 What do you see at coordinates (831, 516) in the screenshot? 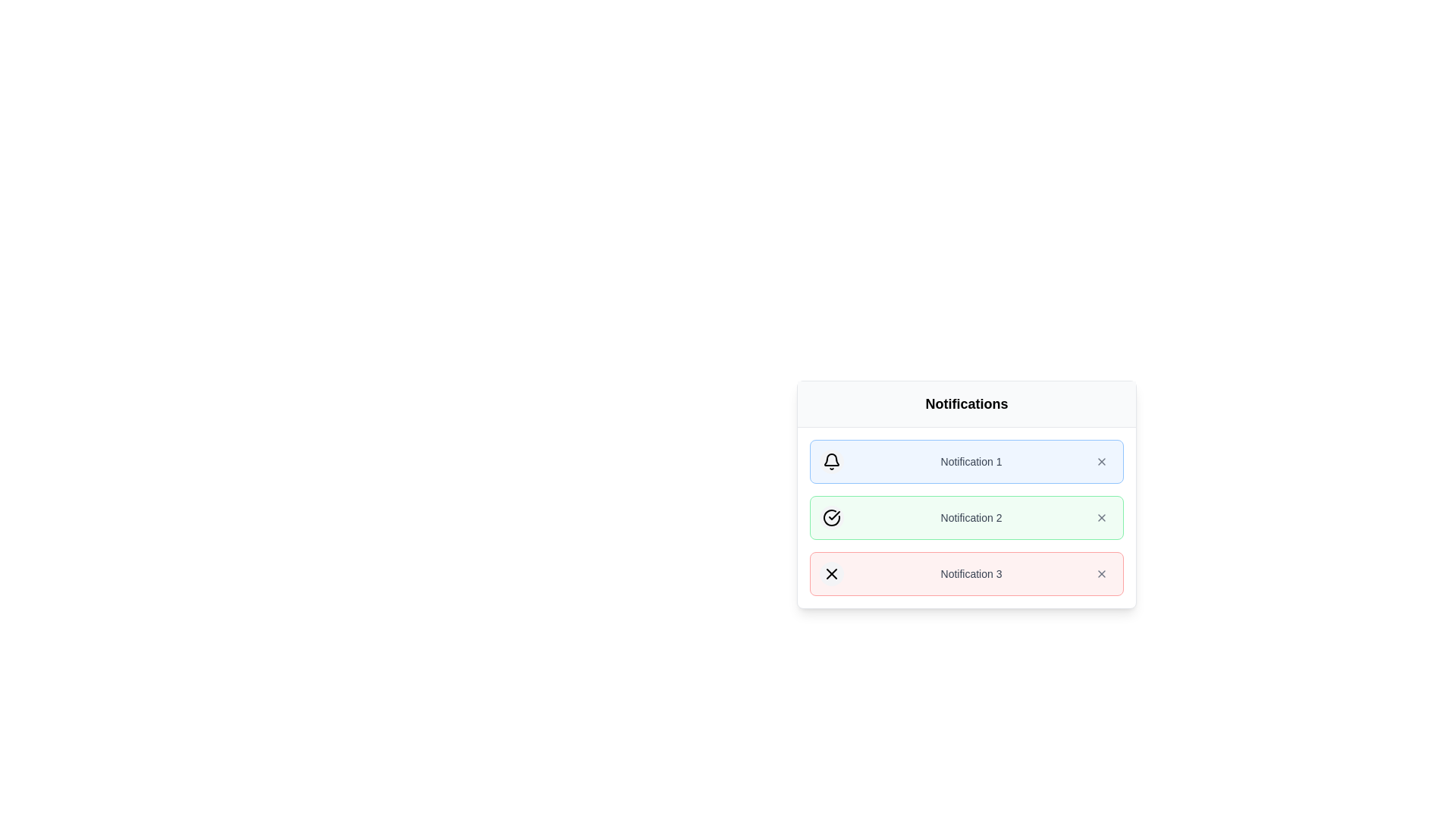
I see `the circular checkmark icon representing a completed status, located to the left of the 'Notification 2' text label` at bounding box center [831, 516].